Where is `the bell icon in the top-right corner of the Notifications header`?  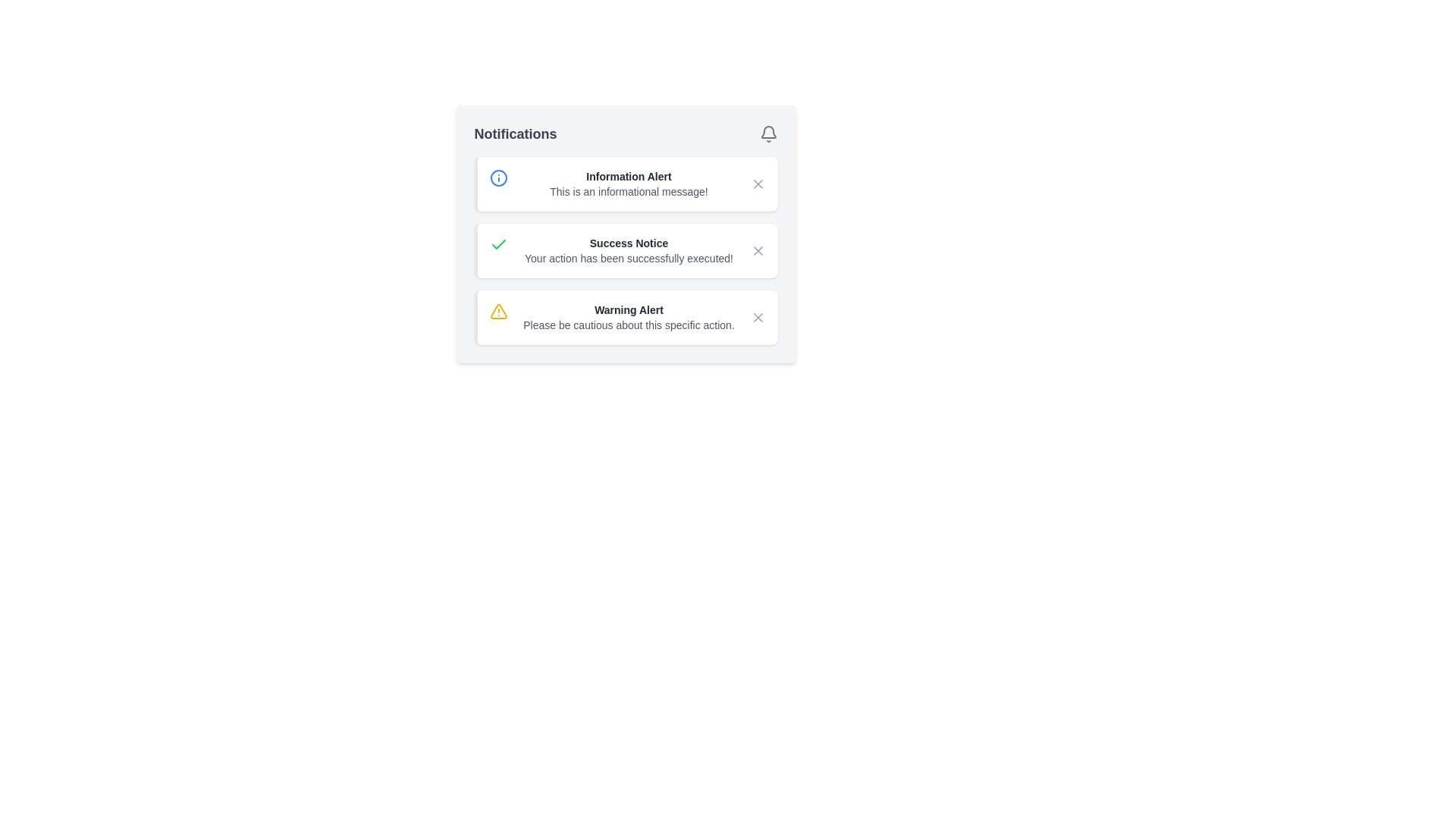 the bell icon in the top-right corner of the Notifications header is located at coordinates (768, 133).